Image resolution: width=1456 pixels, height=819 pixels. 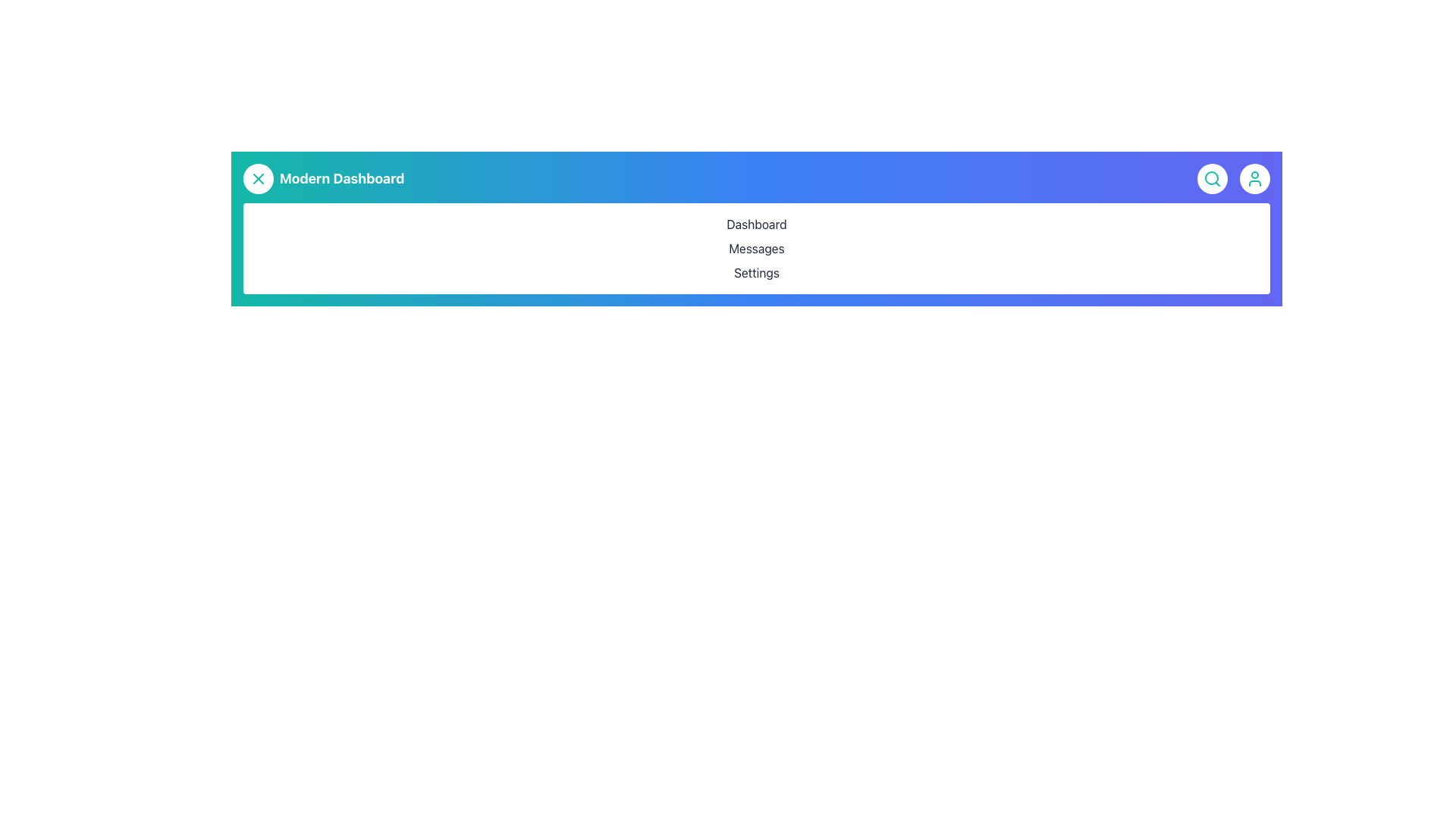 I want to click on the teal user icon button located at the far right of the header section, so click(x=1255, y=177).